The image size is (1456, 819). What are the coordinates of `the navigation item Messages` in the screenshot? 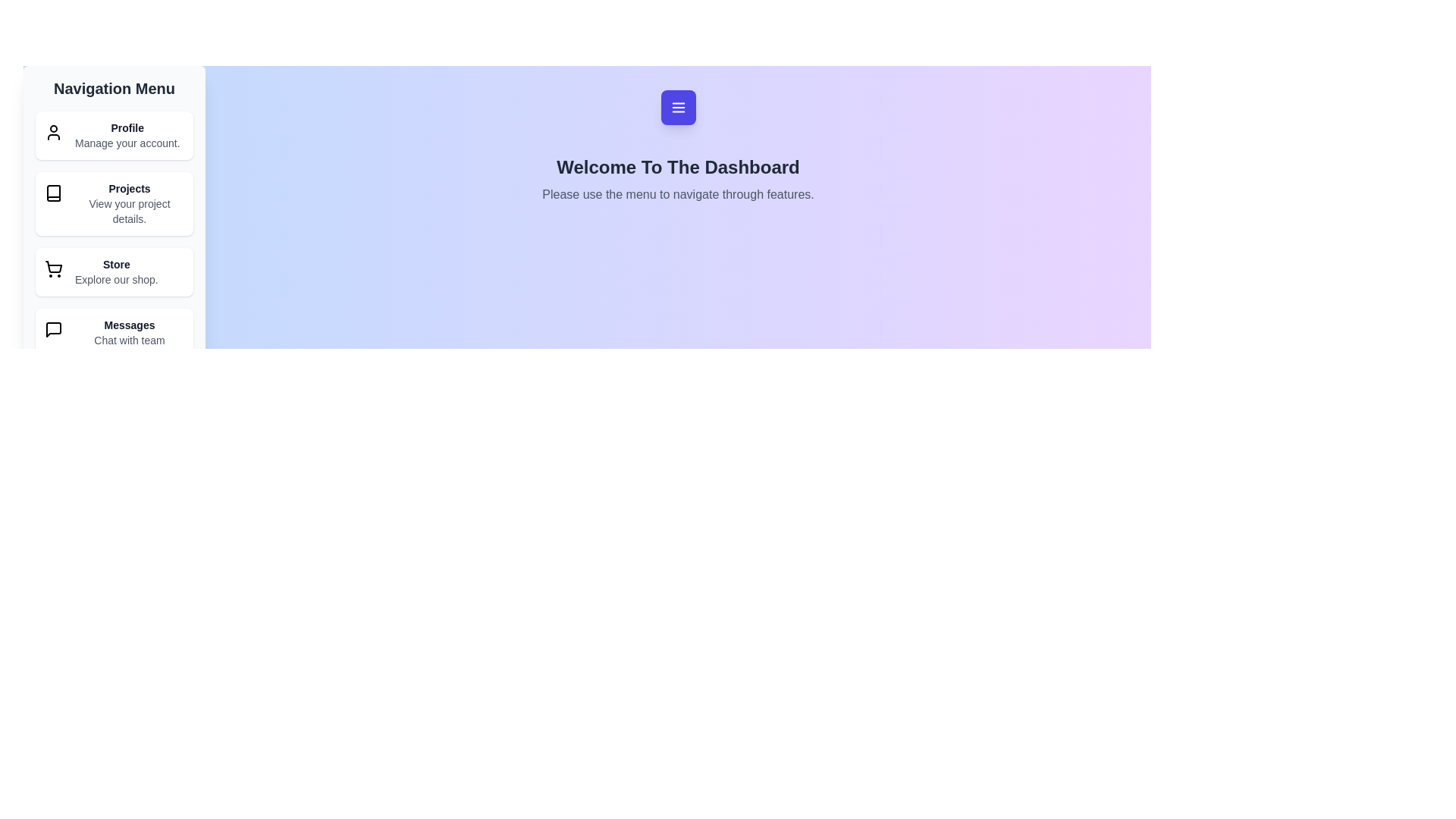 It's located at (113, 339).